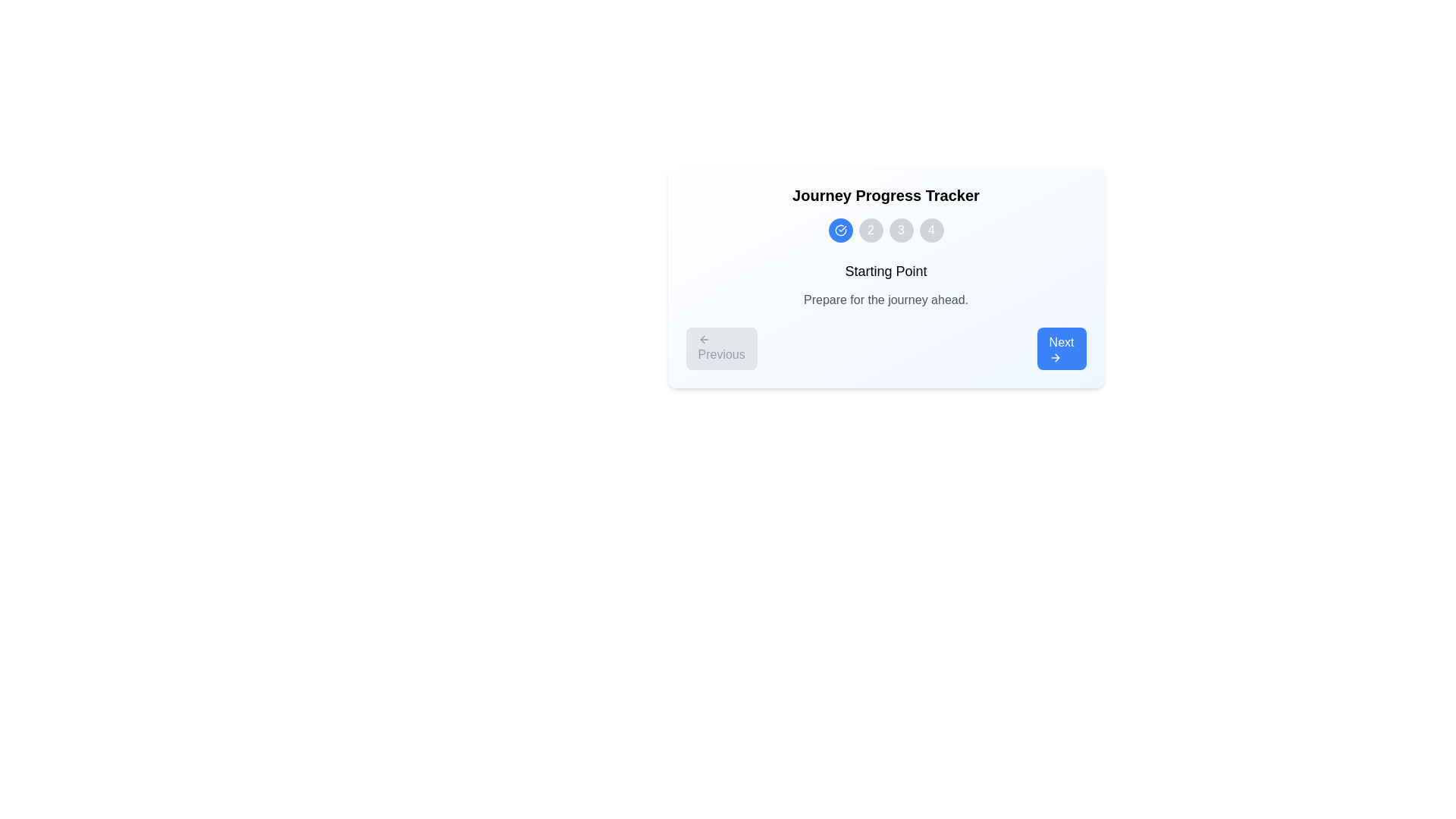 The width and height of the screenshot is (1456, 819). What do you see at coordinates (901, 231) in the screenshot?
I see `the third circular button in the progress tracker, which represents the third step and is located between the buttons labeled '2' and '4'` at bounding box center [901, 231].